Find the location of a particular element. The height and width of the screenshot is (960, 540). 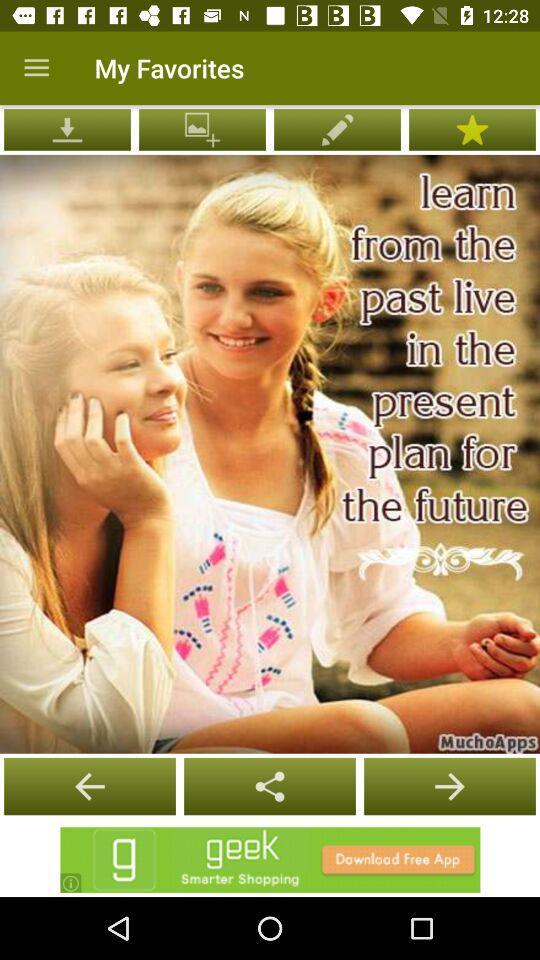

download geek app is located at coordinates (270, 859).